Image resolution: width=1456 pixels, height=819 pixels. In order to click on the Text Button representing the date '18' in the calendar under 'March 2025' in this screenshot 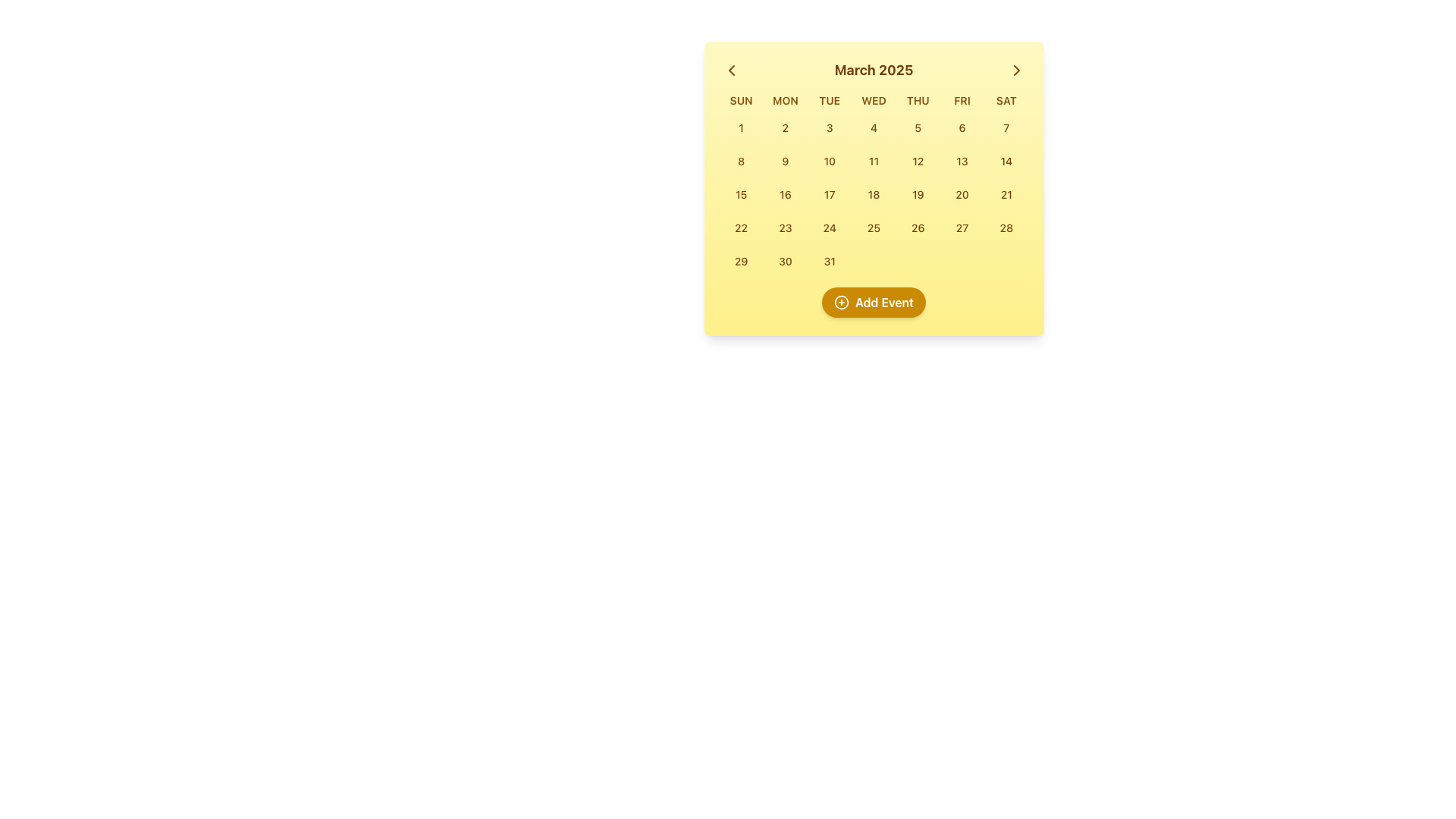, I will do `click(874, 194)`.